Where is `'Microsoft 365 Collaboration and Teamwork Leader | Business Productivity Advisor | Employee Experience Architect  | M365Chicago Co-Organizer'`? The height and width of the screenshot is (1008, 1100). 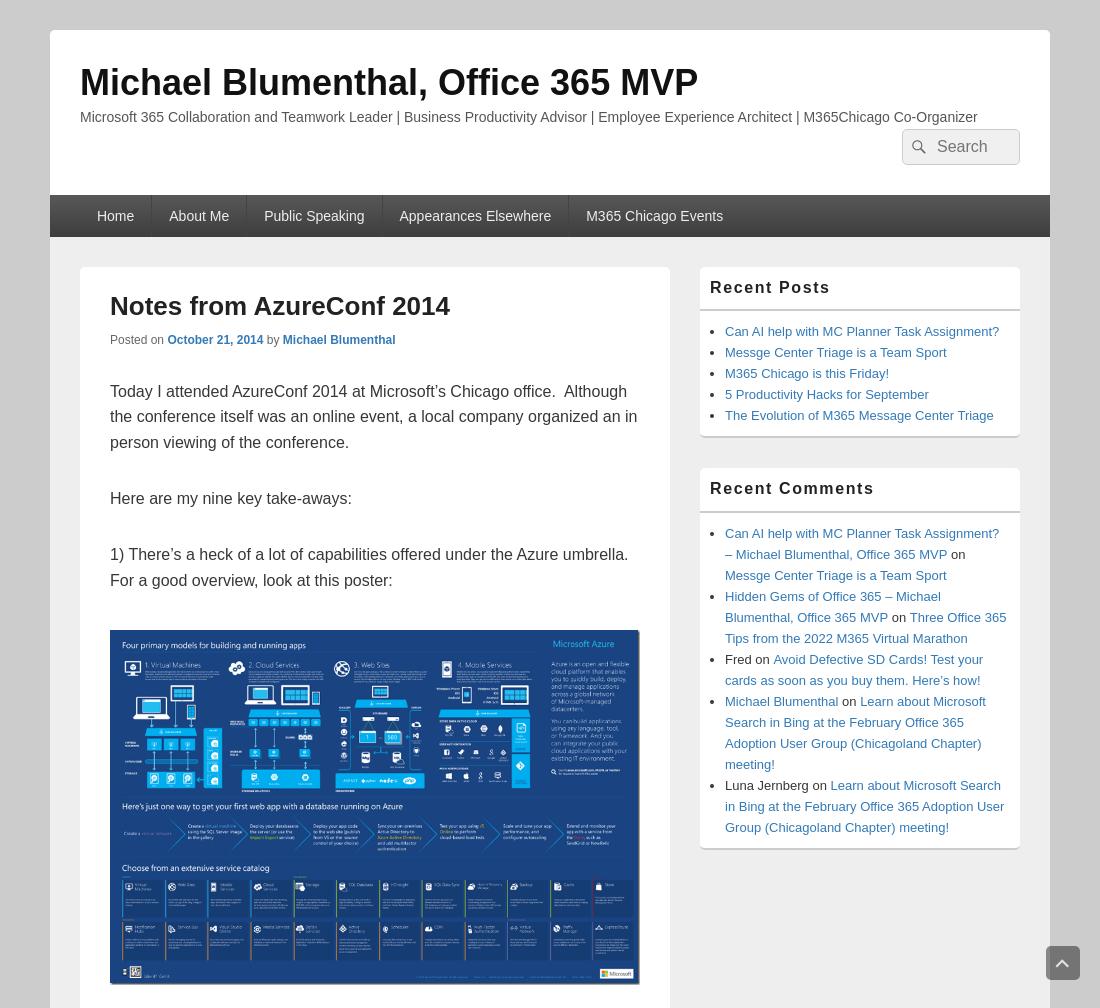 'Microsoft 365 Collaboration and Teamwork Leader | Business Productivity Advisor | Employee Experience Architect  | M365Chicago Co-Organizer' is located at coordinates (79, 117).